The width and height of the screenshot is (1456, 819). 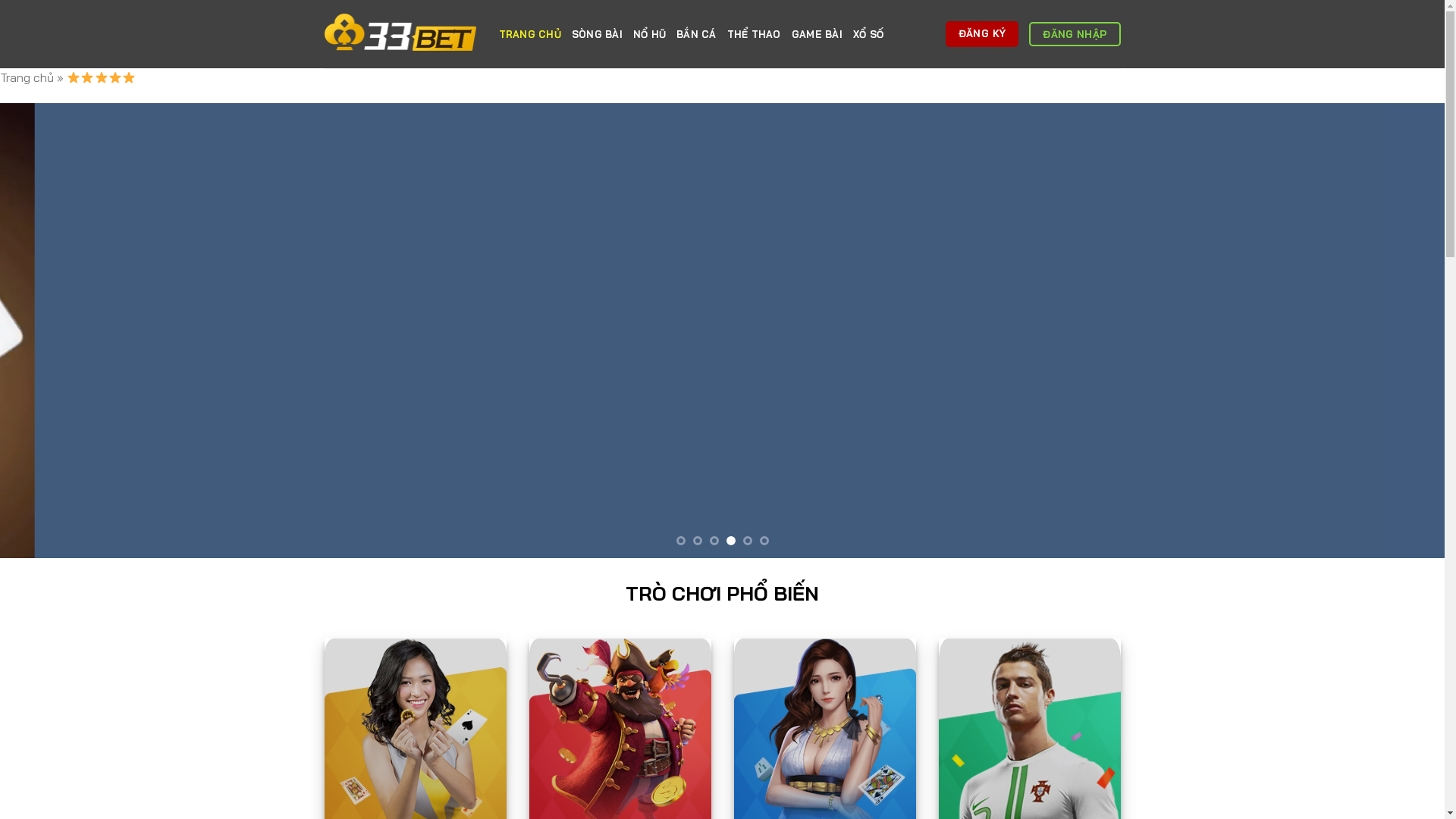 I want to click on '33BET', so click(x=400, y=33).